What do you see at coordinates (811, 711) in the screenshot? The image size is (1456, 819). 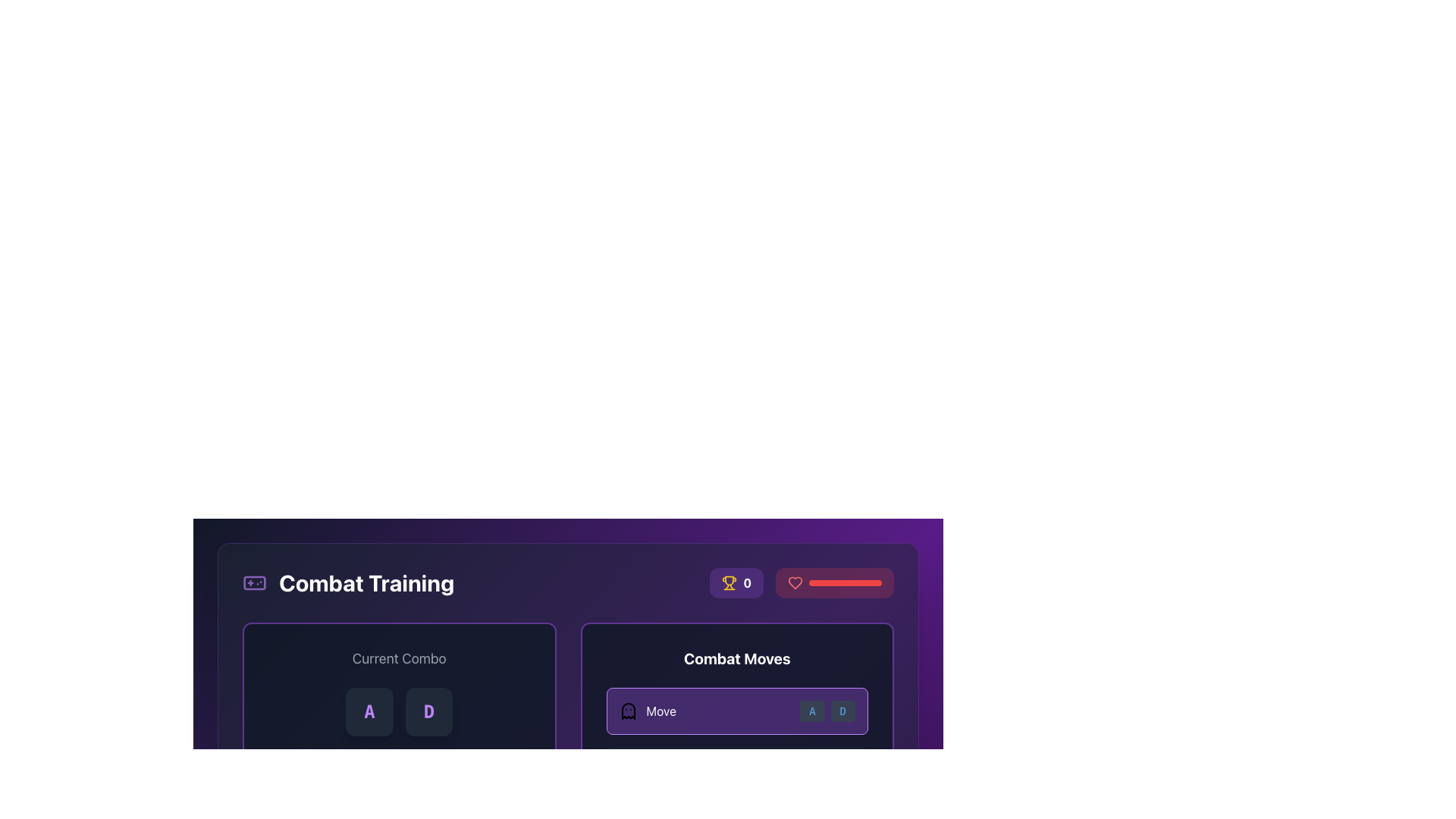 I see `the first button-like label in the 'Combat Moves' section, which indicates key bindings related to the 'Move' feature` at bounding box center [811, 711].